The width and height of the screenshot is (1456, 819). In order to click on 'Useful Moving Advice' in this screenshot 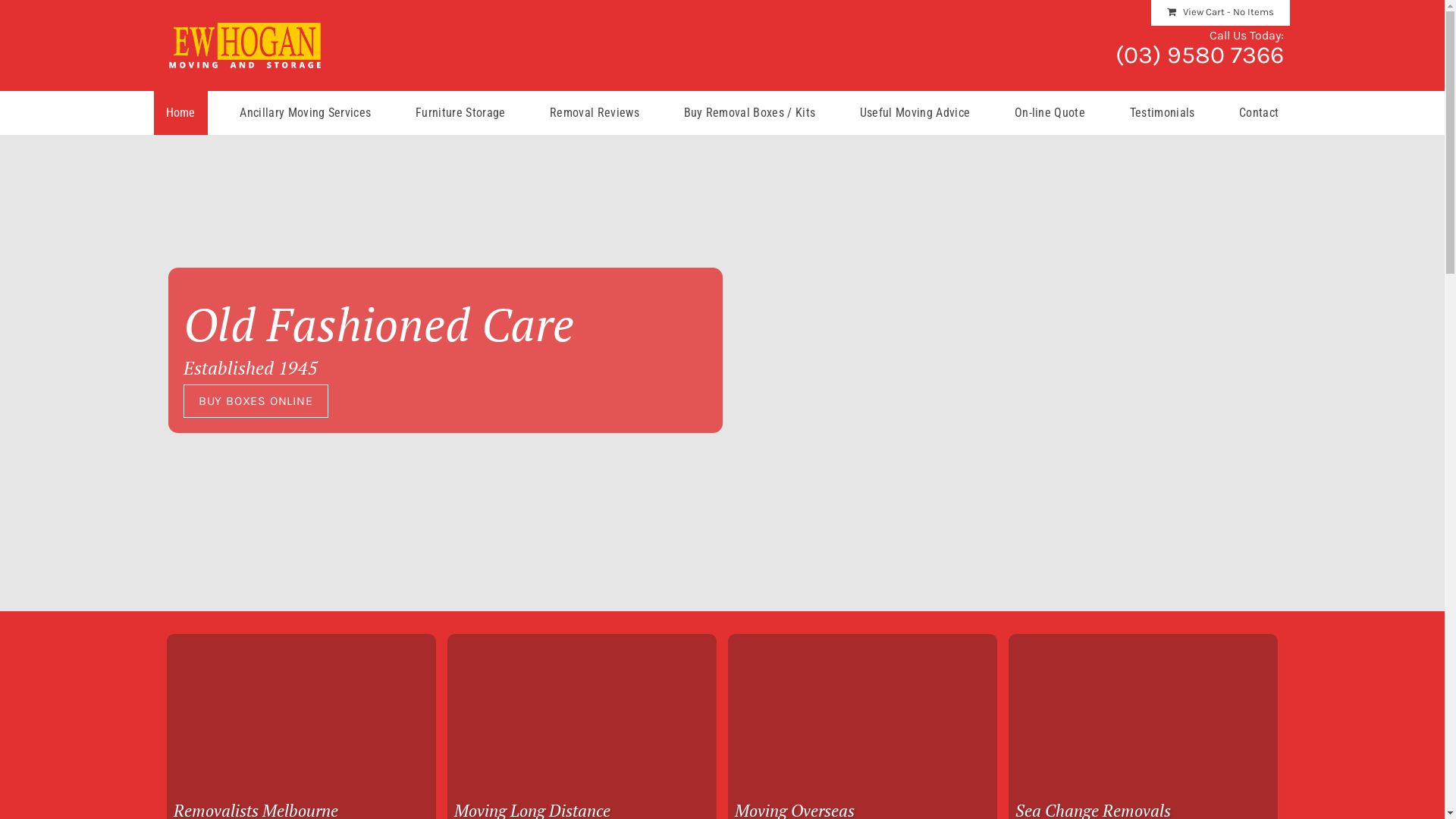, I will do `click(914, 112)`.